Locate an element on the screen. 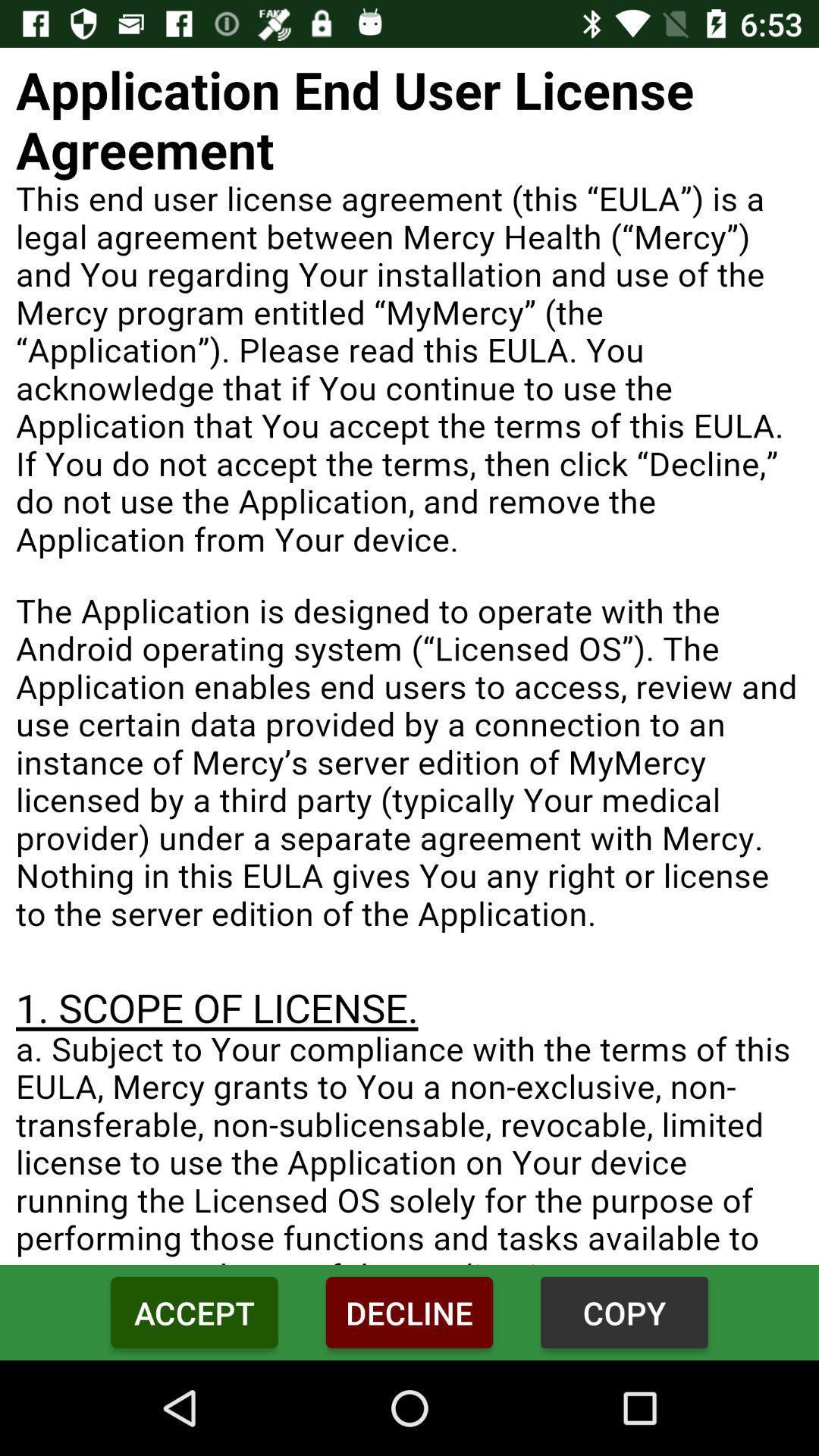 The image size is (819, 1456). scroll through agreement is located at coordinates (409, 656).